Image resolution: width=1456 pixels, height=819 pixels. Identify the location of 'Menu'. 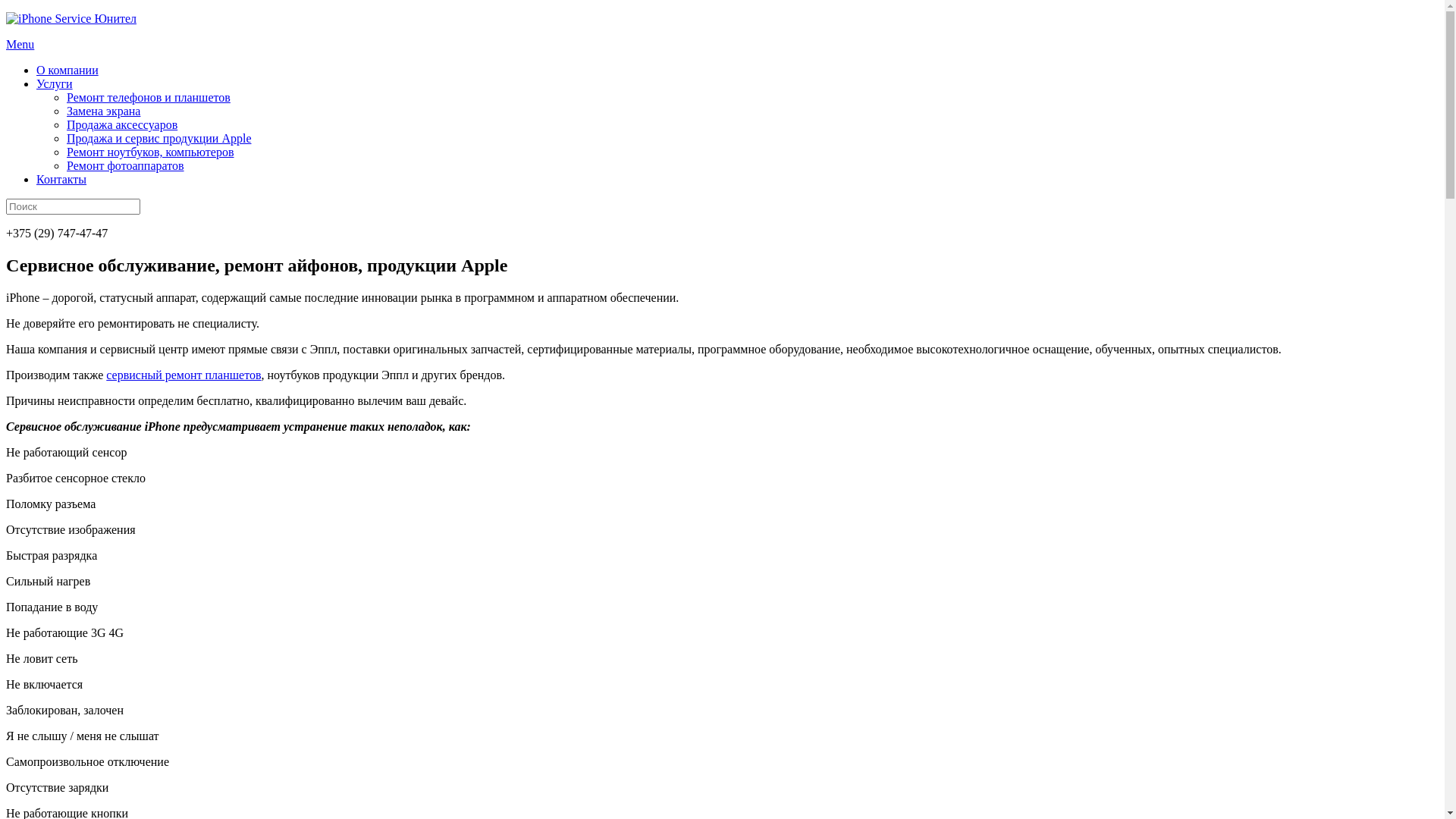
(20, 43).